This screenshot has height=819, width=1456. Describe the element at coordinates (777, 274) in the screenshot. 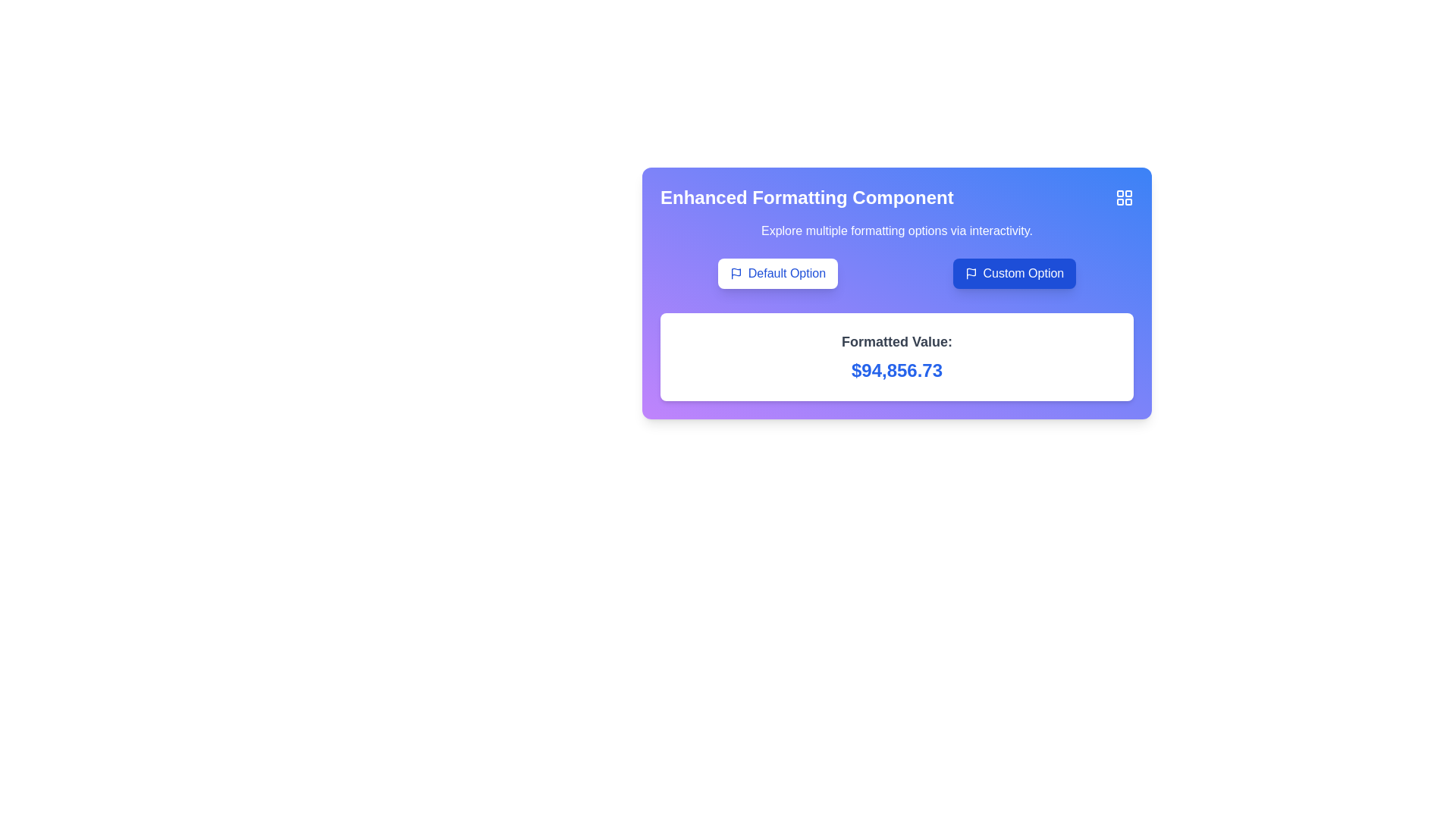

I see `the button labeled 'Default Option' which has a white background and blue text, located` at that location.